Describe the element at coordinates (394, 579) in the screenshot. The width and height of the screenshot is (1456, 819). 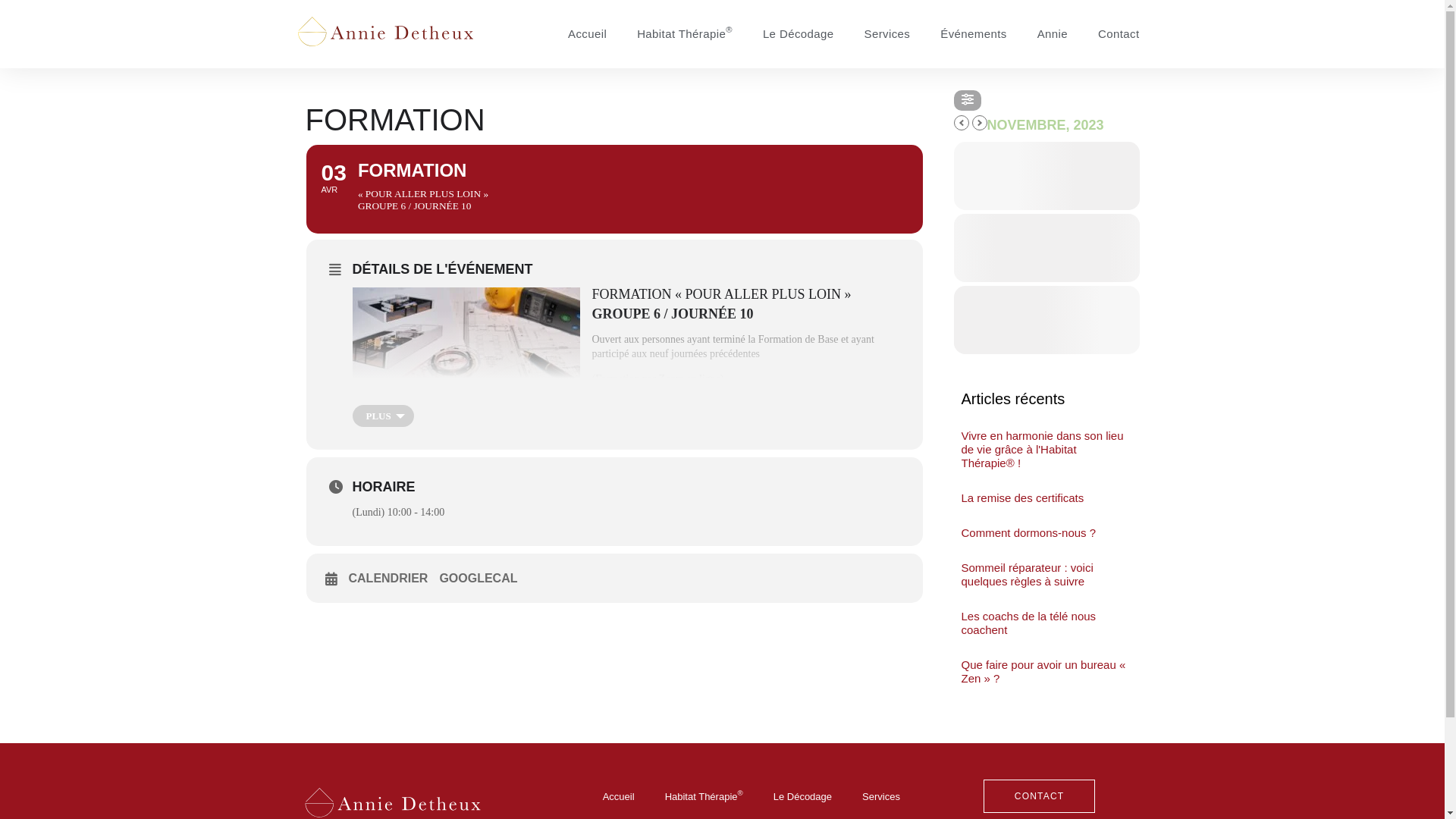
I see `'CALENDRIER'` at that location.